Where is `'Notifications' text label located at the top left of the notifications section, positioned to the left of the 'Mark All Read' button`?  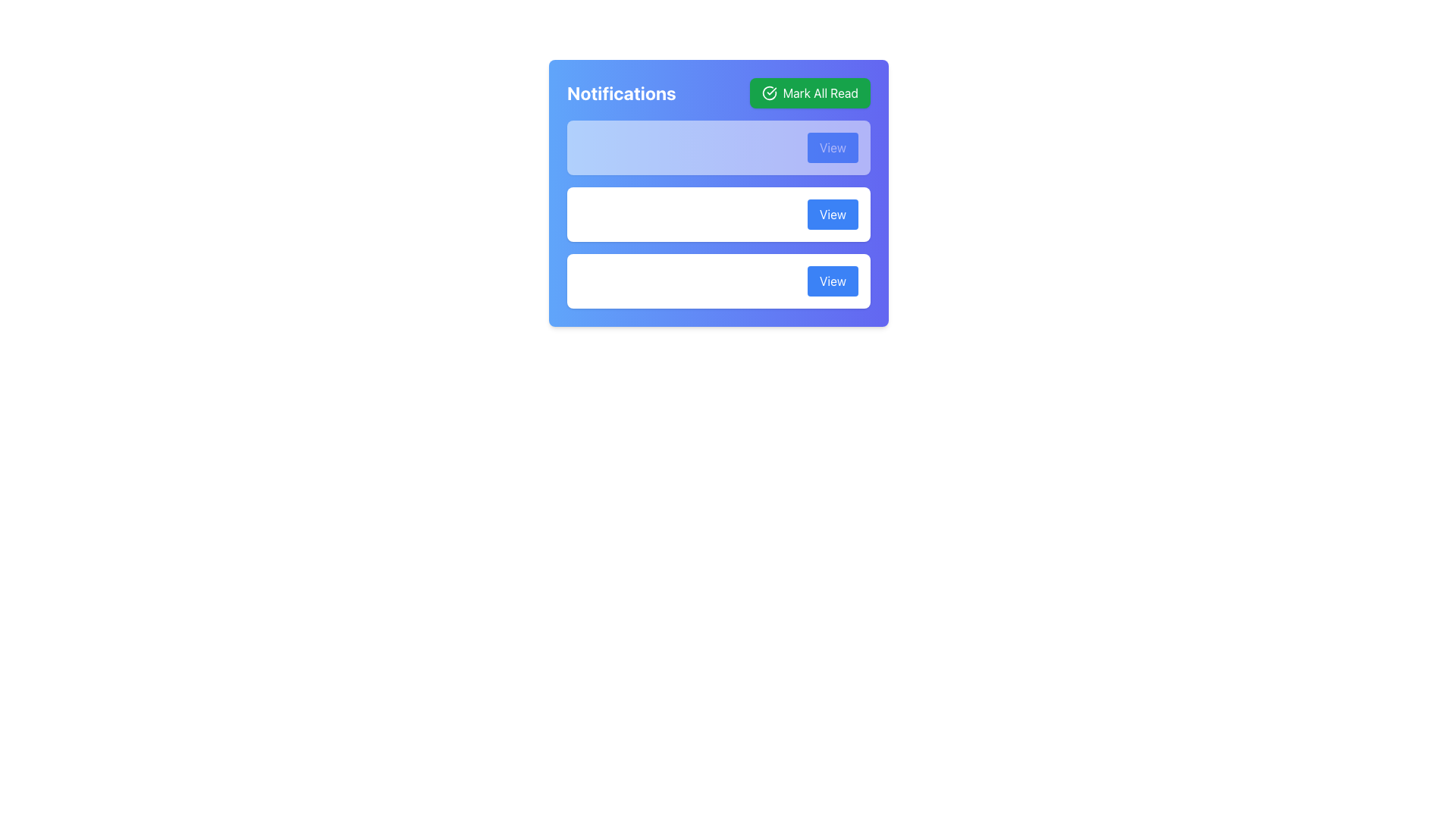 'Notifications' text label located at the top left of the notifications section, positioned to the left of the 'Mark All Read' button is located at coordinates (621, 93).